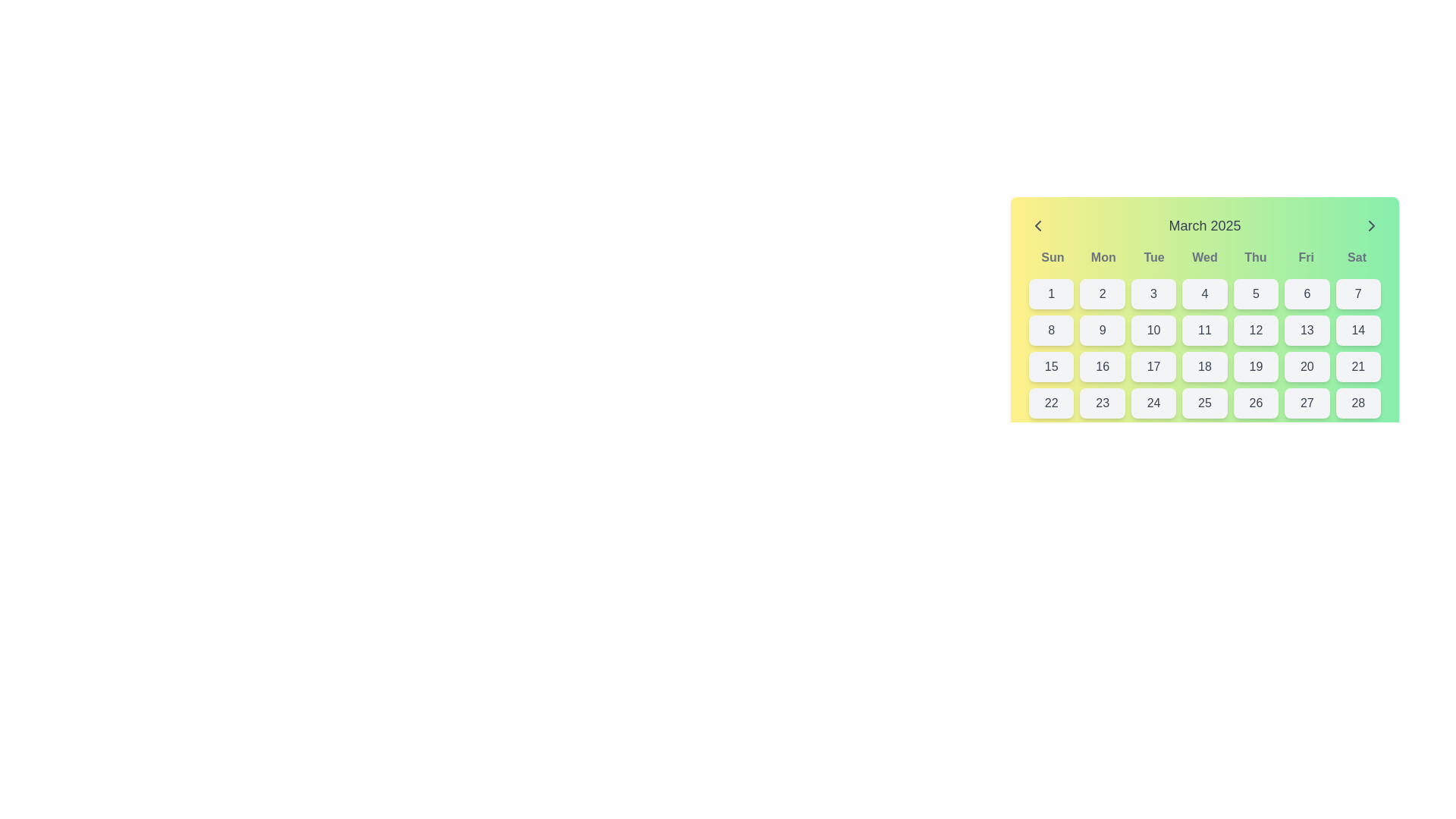  I want to click on the interactive calendar day button displaying the number '15', located in the third row and first column of the calendar layout for March 2025, so click(1050, 366).